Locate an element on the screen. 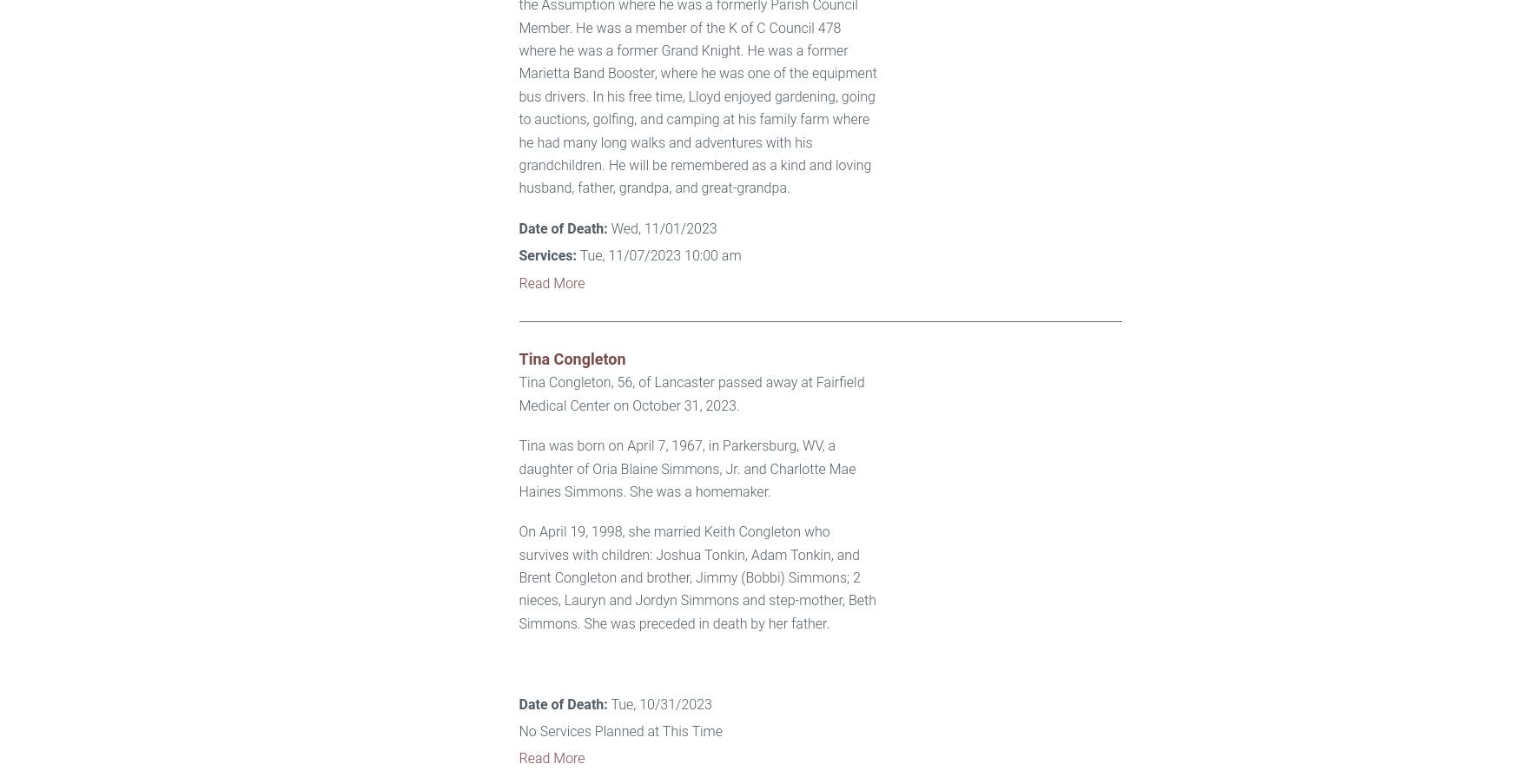 The image size is (1520, 784). 'On April 19, 1998, she married Keith Congleton who survives with children: Joshua Tonkin, Adam Tonkin, and Brent Congleton and brother, Jimmy (Bobbi) Simmons; 2 nieces, Lauryn and Jordyn Simmons and step-mother, Beth Simmons. She was preceded in death by her father.' is located at coordinates (696, 576).